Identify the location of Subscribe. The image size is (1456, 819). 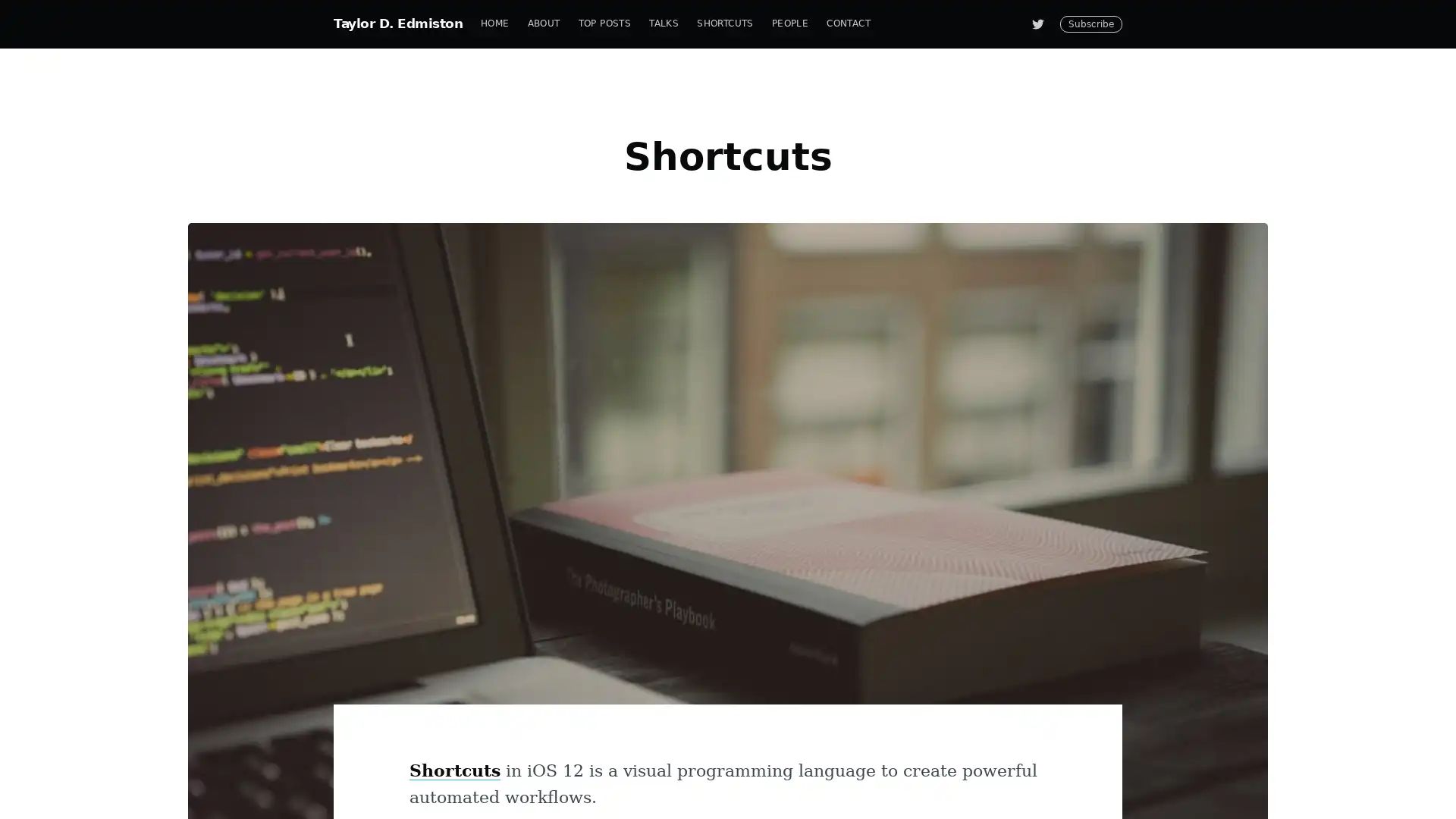
(866, 465).